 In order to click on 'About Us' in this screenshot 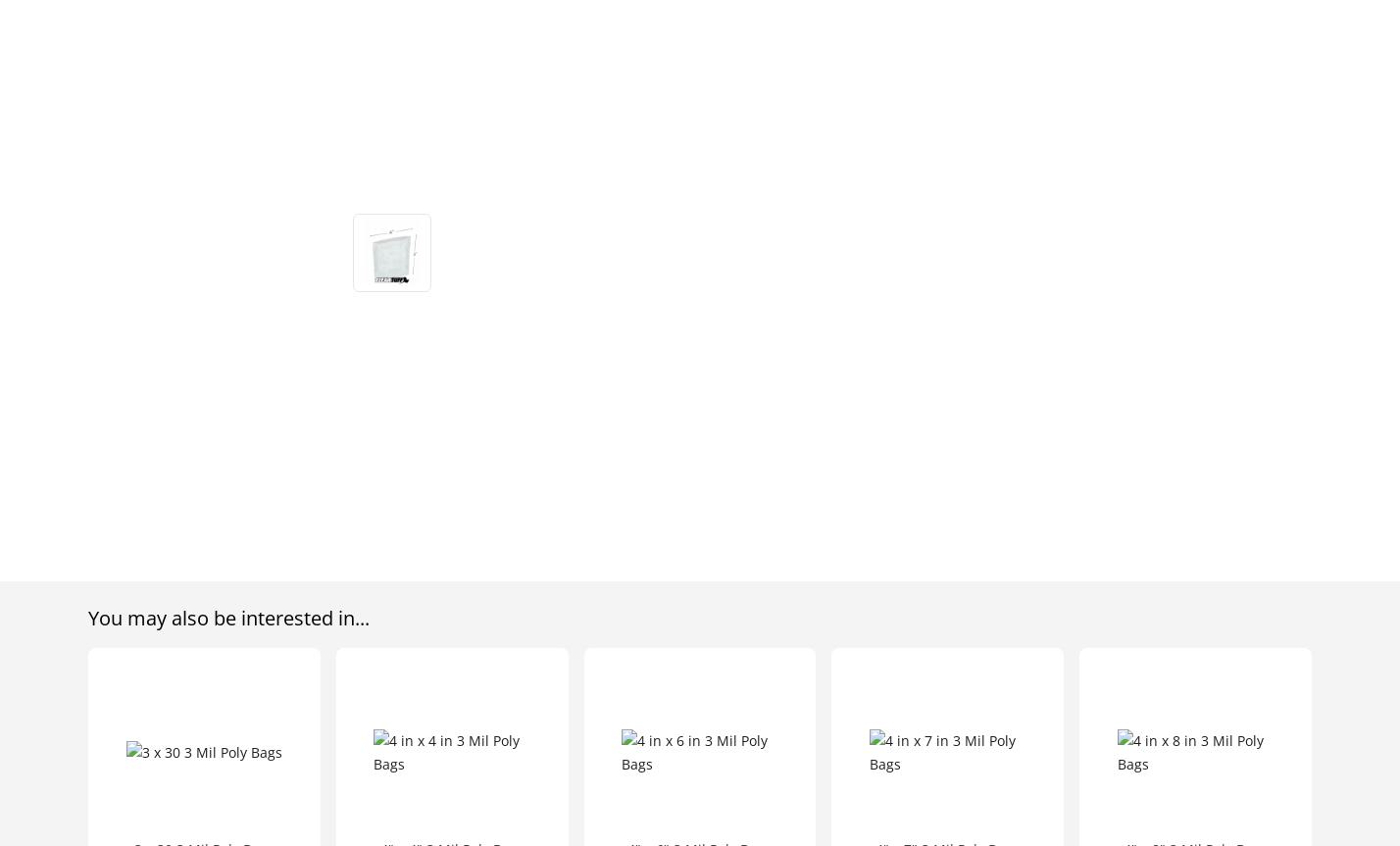, I will do `click(830, 14)`.